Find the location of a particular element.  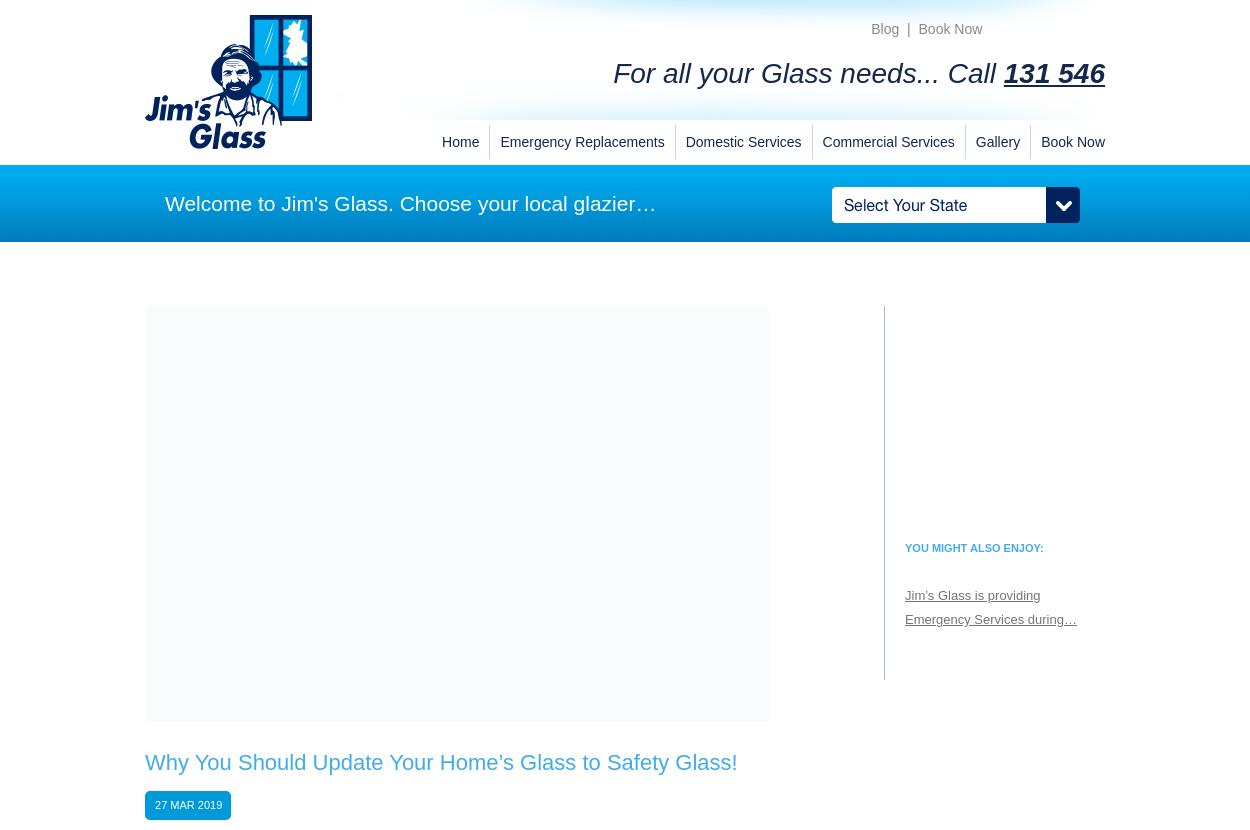

'|' is located at coordinates (908, 28).